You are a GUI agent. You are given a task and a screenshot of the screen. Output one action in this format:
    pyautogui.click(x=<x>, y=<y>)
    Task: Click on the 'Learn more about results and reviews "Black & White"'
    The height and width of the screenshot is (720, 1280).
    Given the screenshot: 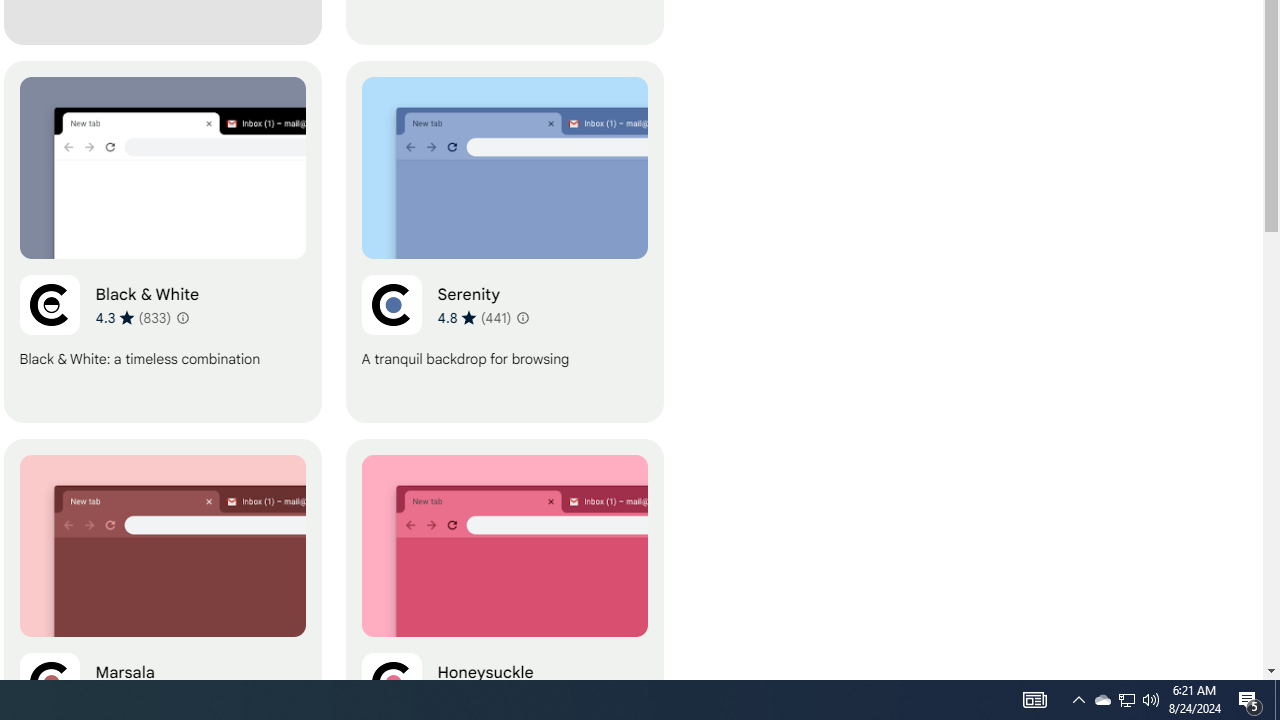 What is the action you would take?
    pyautogui.click(x=183, y=316)
    